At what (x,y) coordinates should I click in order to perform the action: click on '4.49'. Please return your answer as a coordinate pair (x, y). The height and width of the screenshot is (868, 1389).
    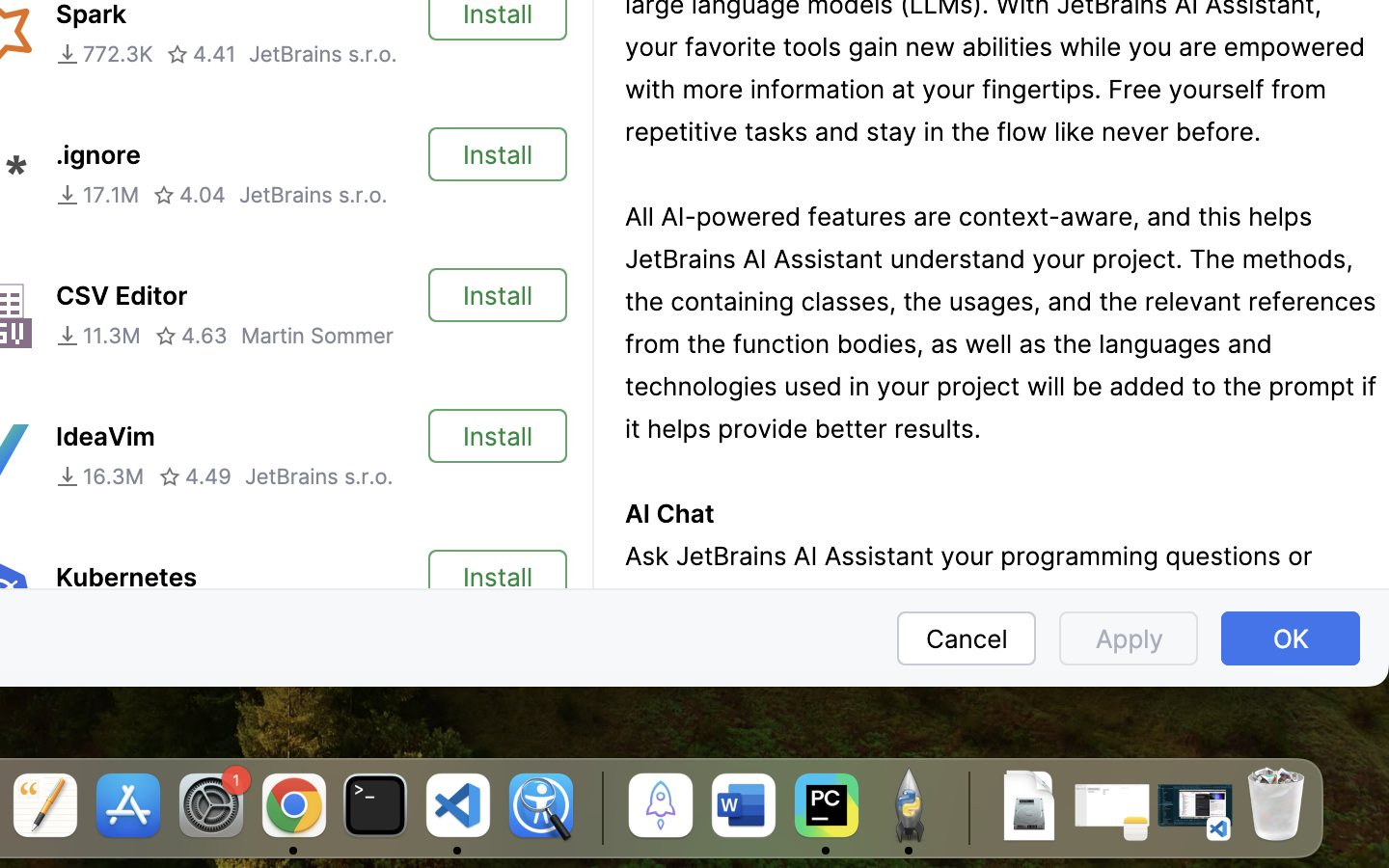
    Looking at the image, I should click on (195, 475).